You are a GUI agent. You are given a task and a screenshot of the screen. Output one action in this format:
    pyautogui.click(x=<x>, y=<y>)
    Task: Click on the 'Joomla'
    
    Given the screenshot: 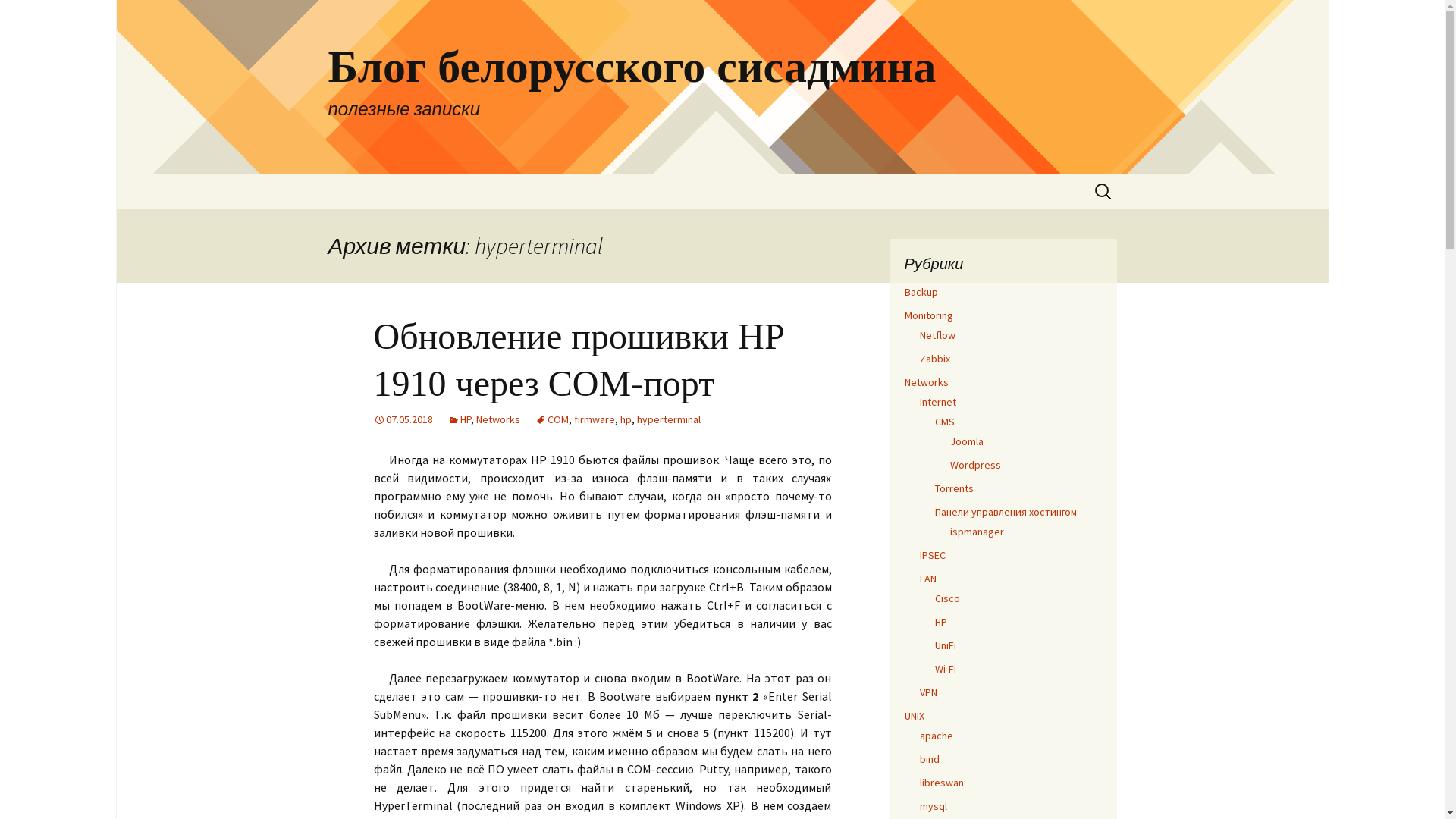 What is the action you would take?
    pyautogui.click(x=949, y=441)
    